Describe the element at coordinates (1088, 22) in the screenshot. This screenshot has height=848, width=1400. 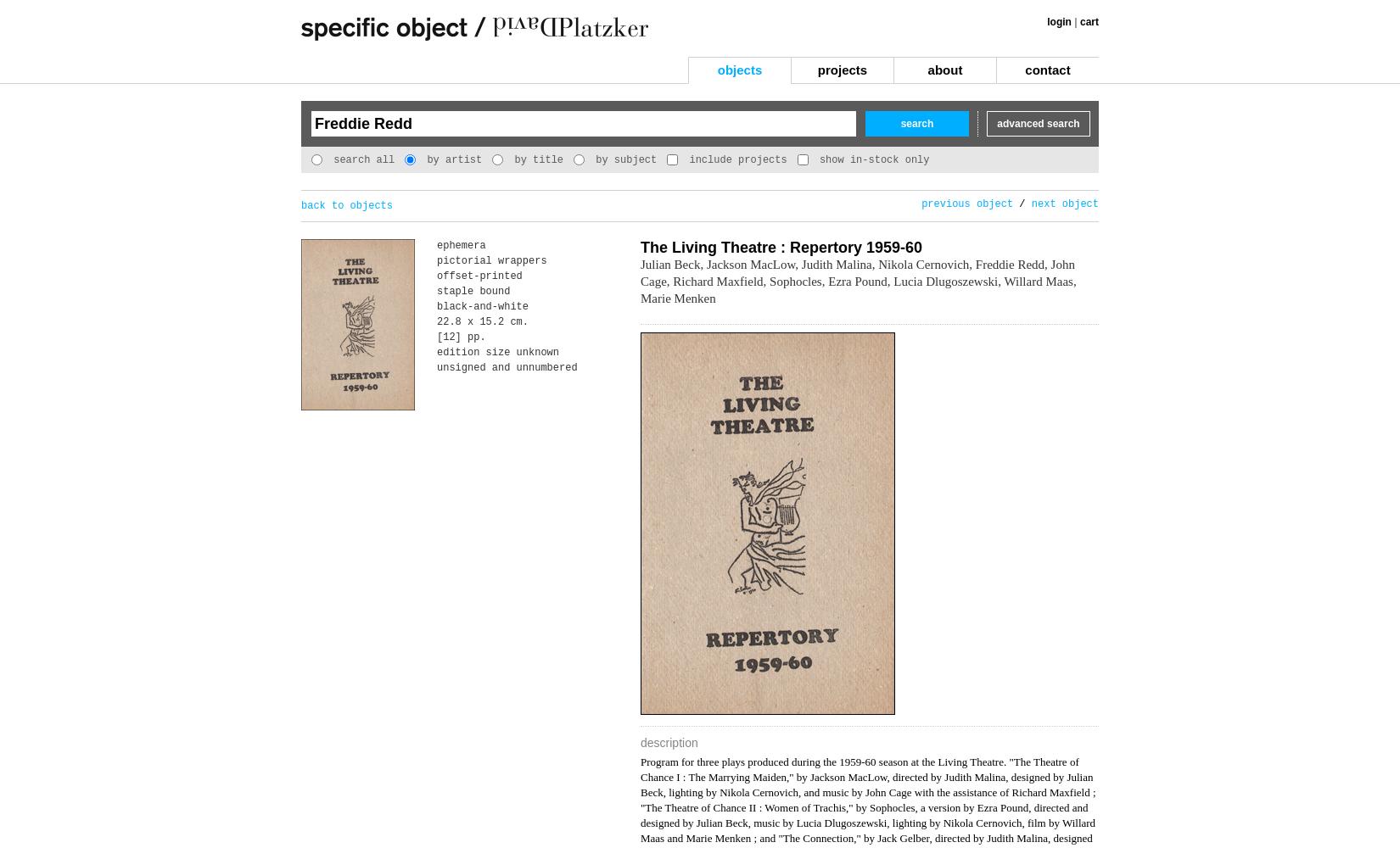
I see `'cart'` at that location.